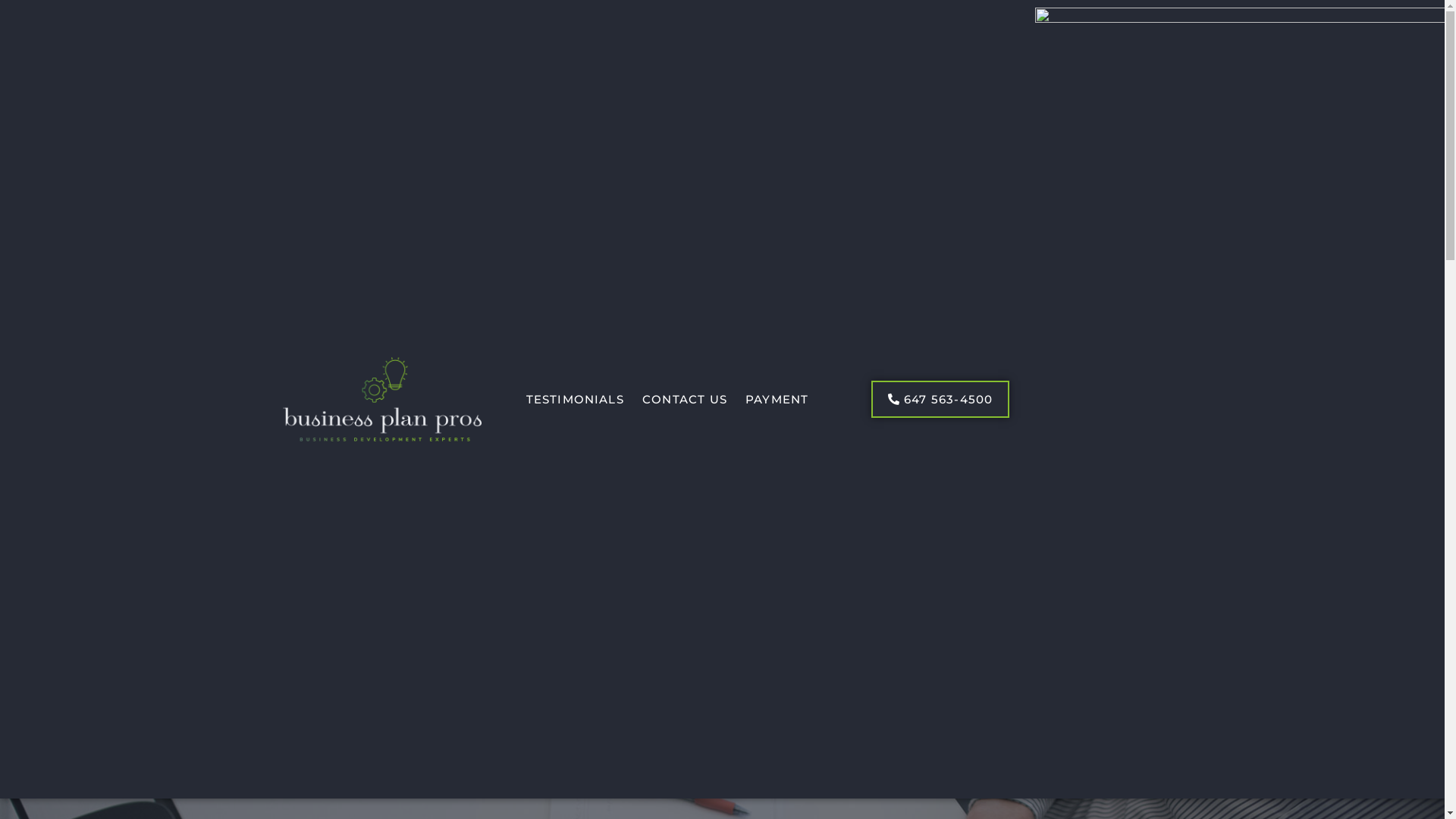 The image size is (1456, 819). Describe the element at coordinates (574, 399) in the screenshot. I see `'TESTIMONIALS'` at that location.